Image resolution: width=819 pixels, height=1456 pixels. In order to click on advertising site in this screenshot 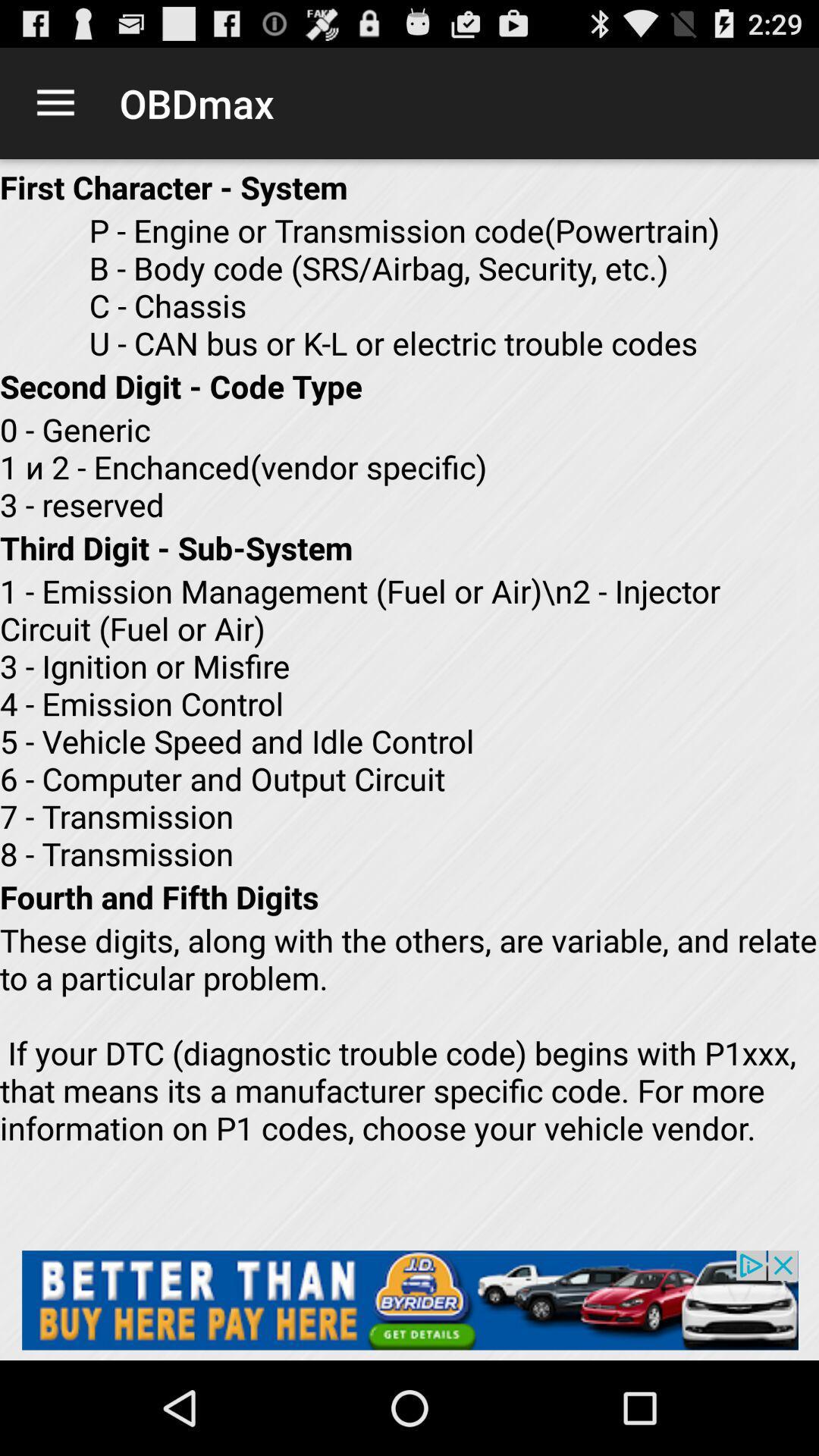, I will do `click(409, 1299)`.